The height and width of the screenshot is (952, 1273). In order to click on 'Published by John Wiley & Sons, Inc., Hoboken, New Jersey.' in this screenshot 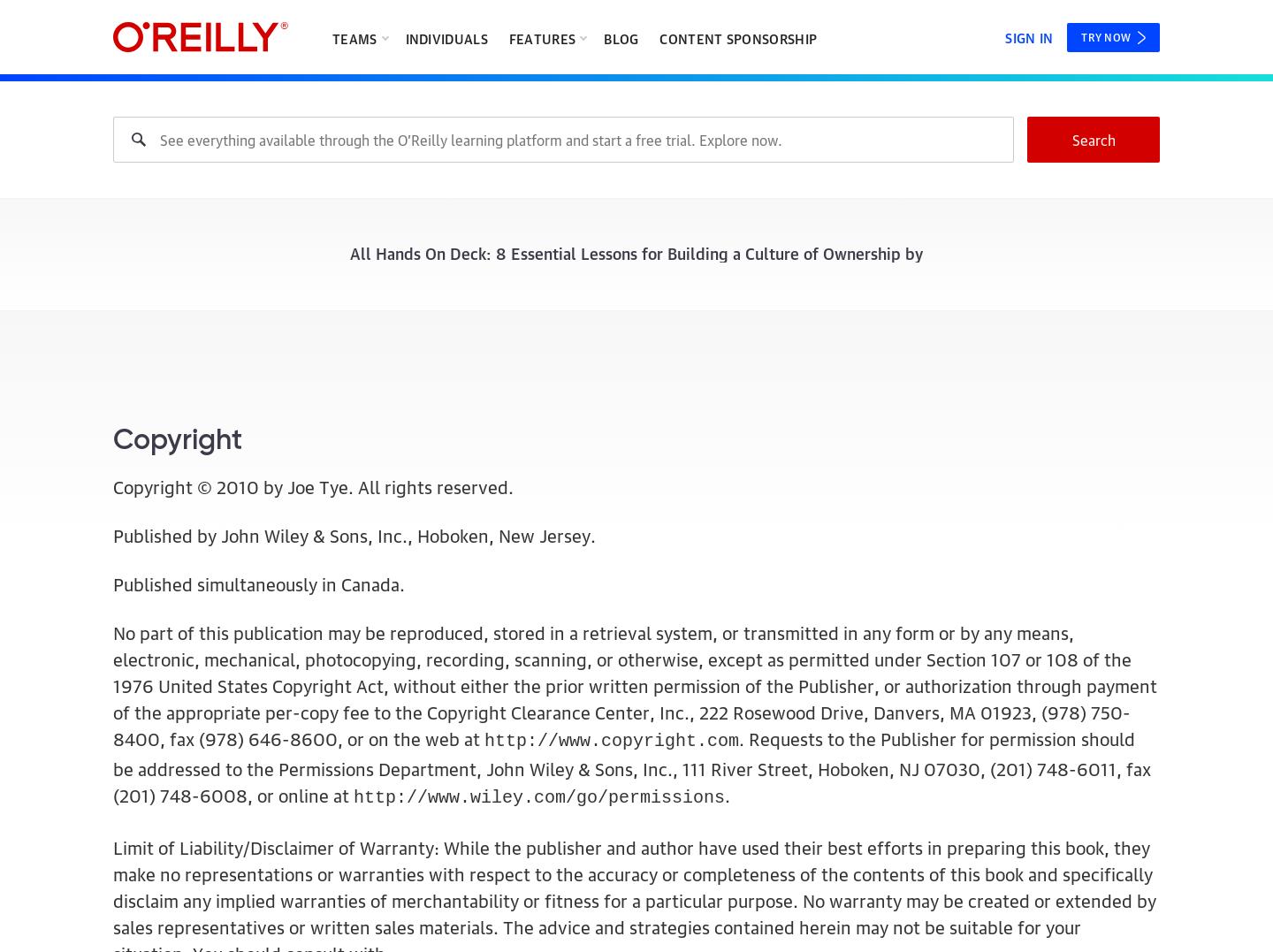, I will do `click(354, 533)`.